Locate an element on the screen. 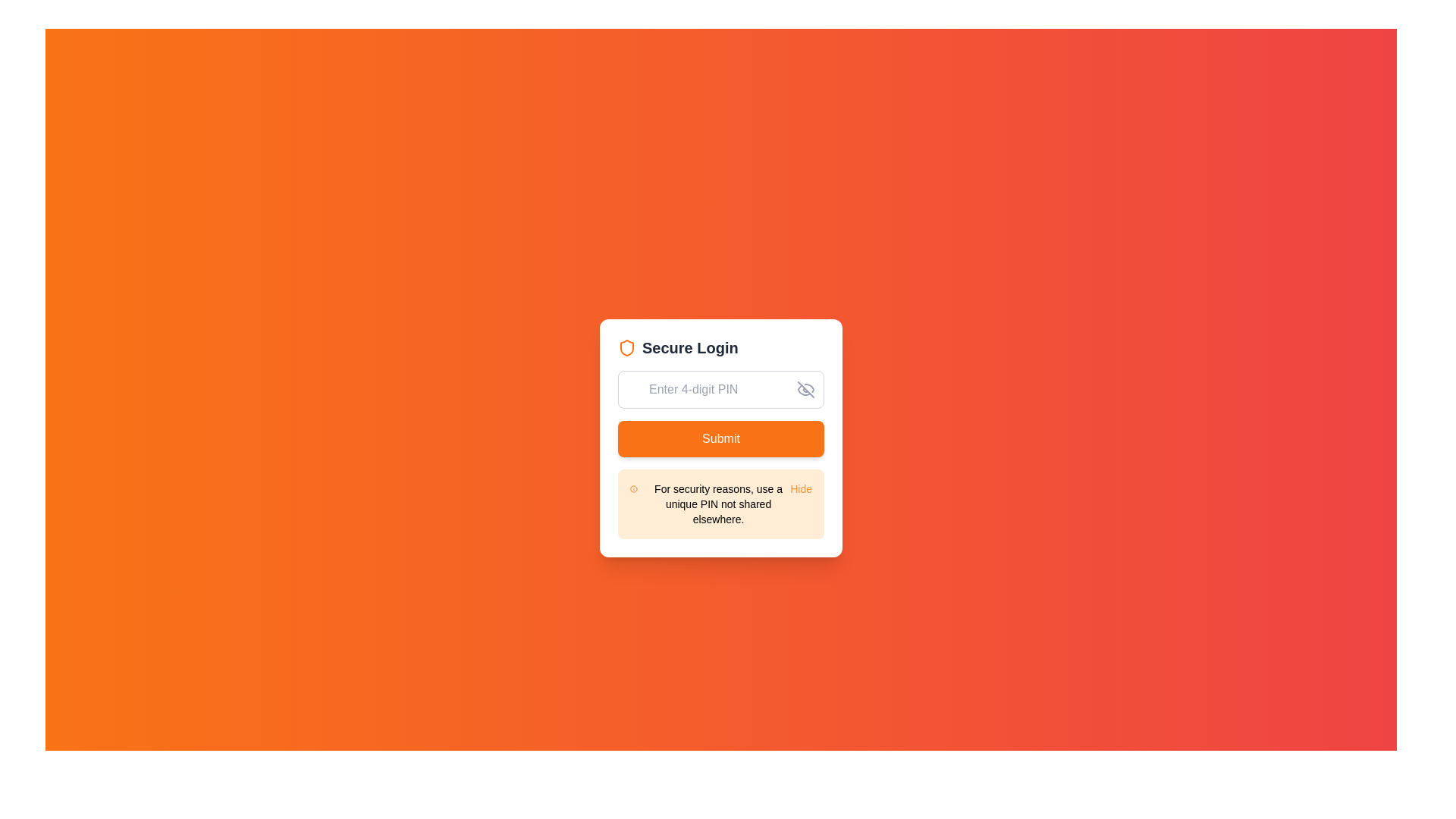 The image size is (1456, 819). the text label stating 'For security reasons, use a unique PIN not shared elsewhere' within the pale orange notification box is located at coordinates (717, 504).